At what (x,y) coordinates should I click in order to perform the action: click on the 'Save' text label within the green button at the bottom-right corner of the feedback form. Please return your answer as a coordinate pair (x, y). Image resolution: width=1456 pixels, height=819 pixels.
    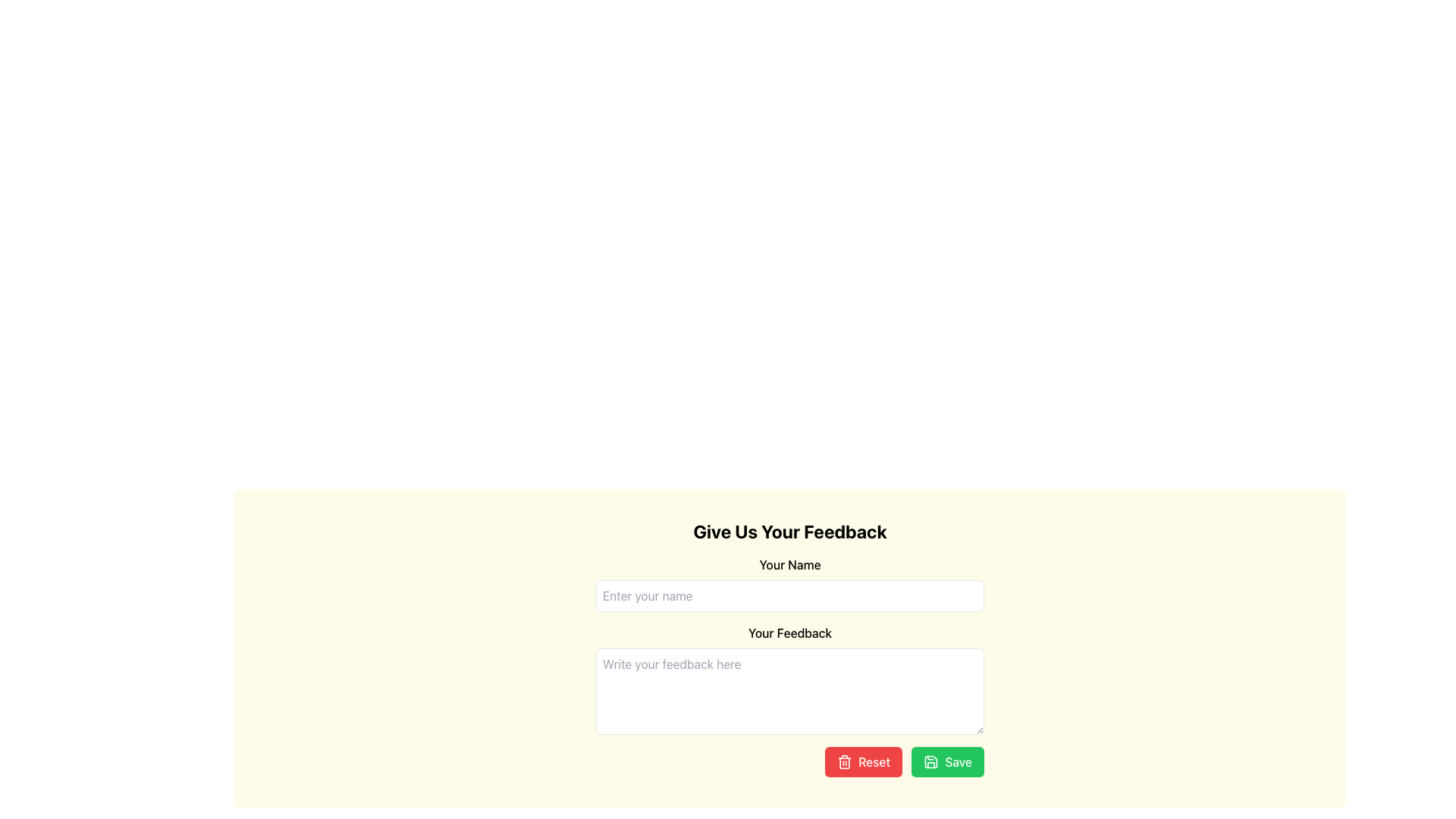
    Looking at the image, I should click on (958, 762).